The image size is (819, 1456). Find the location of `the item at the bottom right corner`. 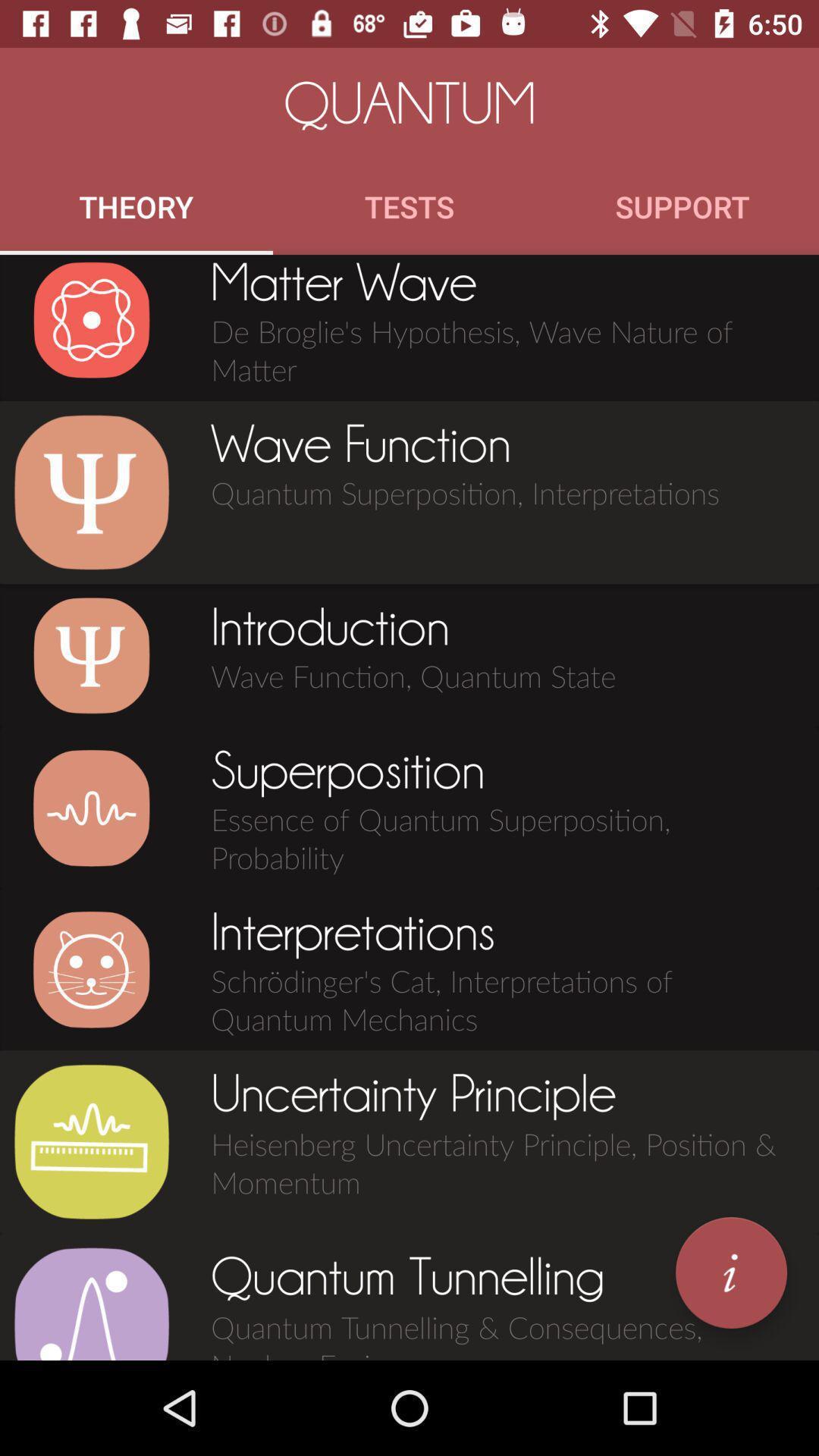

the item at the bottom right corner is located at coordinates (730, 1272).